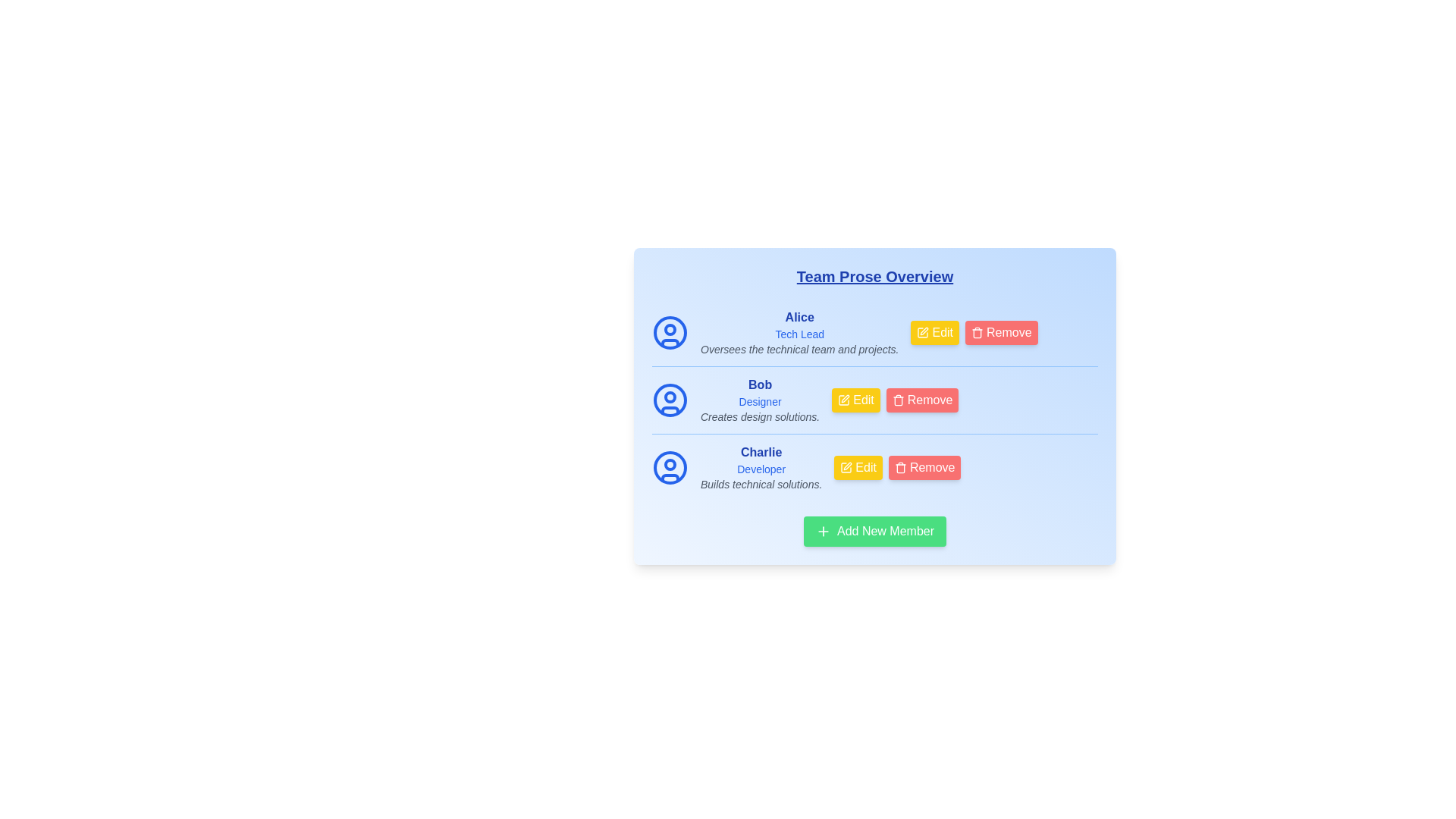  I want to click on the red rectangular button labeled 'Remove' with a trash can icon on its left, located in the upper-right corner of Alice's detail section, so click(1001, 332).